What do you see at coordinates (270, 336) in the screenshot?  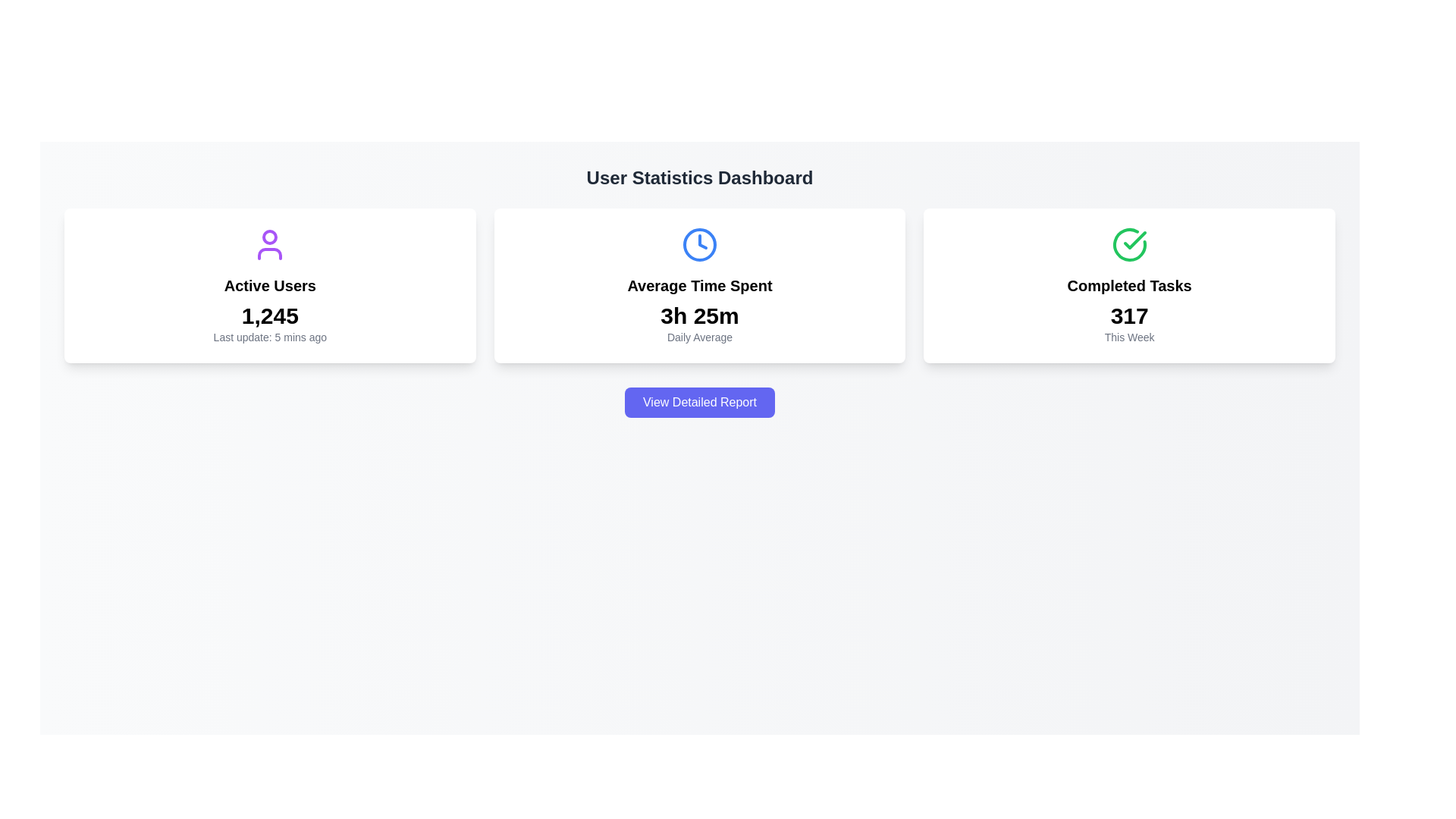 I see `the timestamp text label that indicates the last update time, located below the bold number '1,245' and the text 'Active Users' in the leftmost card of the interface` at bounding box center [270, 336].